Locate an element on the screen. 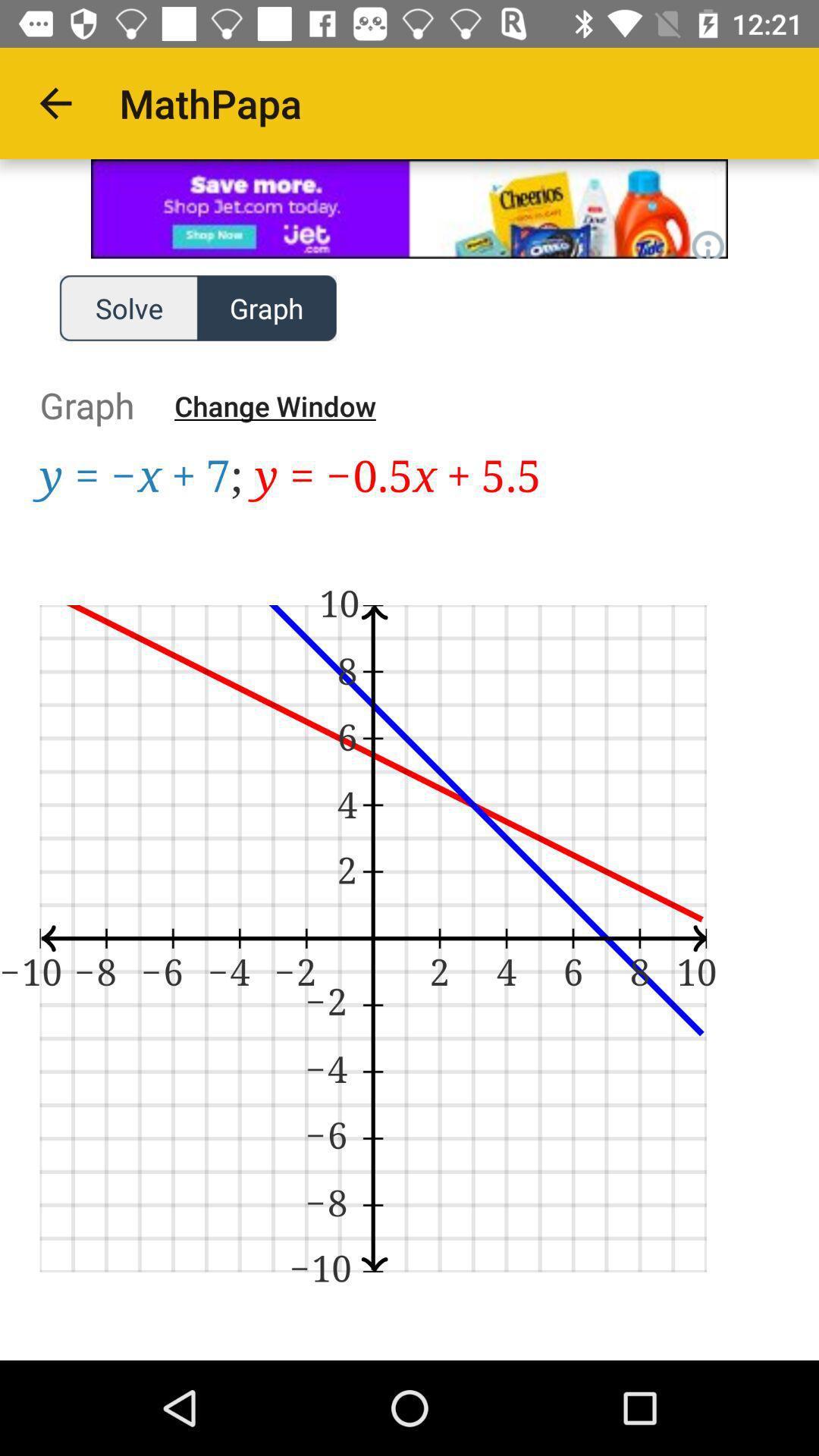  graph page is located at coordinates (409, 907).